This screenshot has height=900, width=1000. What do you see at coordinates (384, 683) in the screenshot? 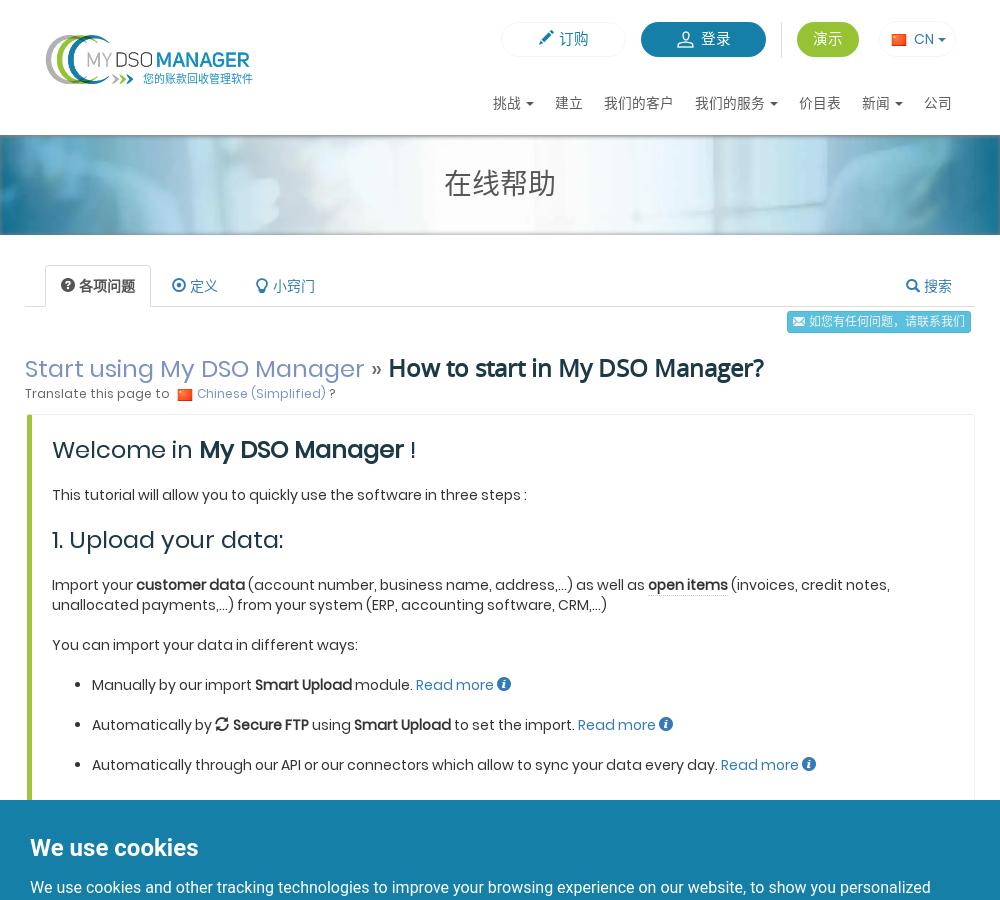
I see `'module.'` at bounding box center [384, 683].